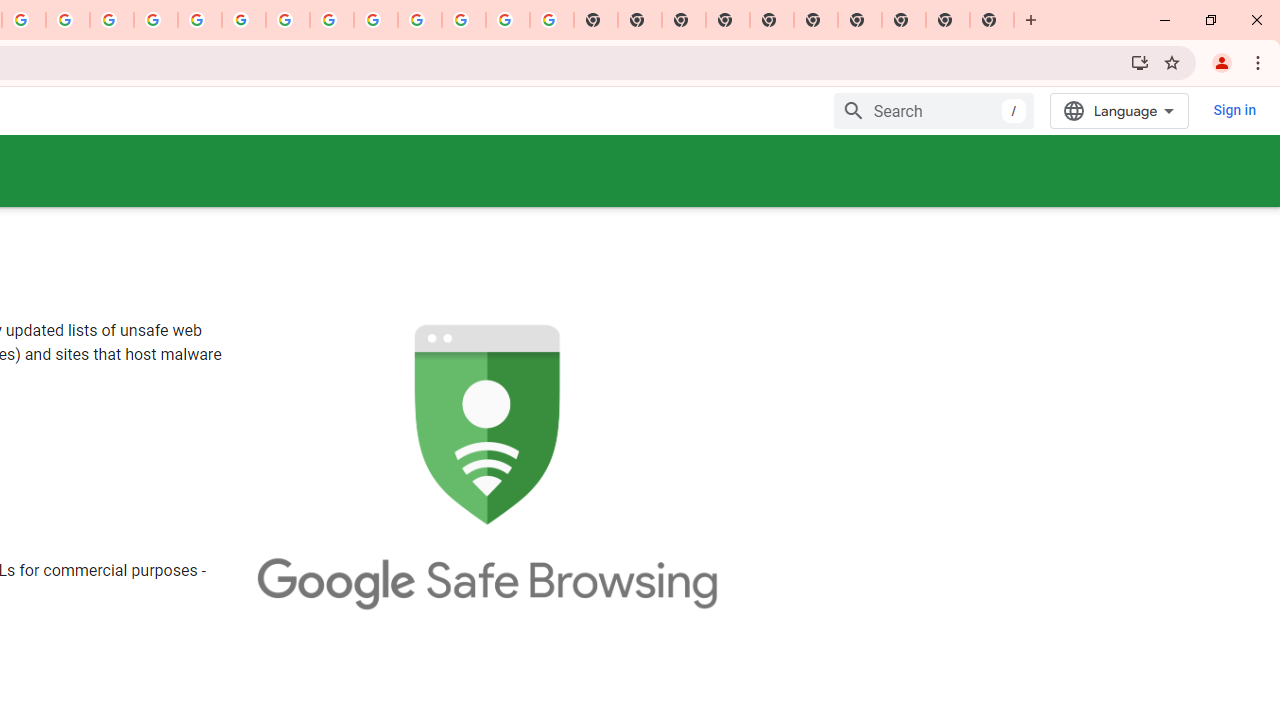  Describe the element at coordinates (1139, 61) in the screenshot. I see `'Install Google Developers'` at that location.